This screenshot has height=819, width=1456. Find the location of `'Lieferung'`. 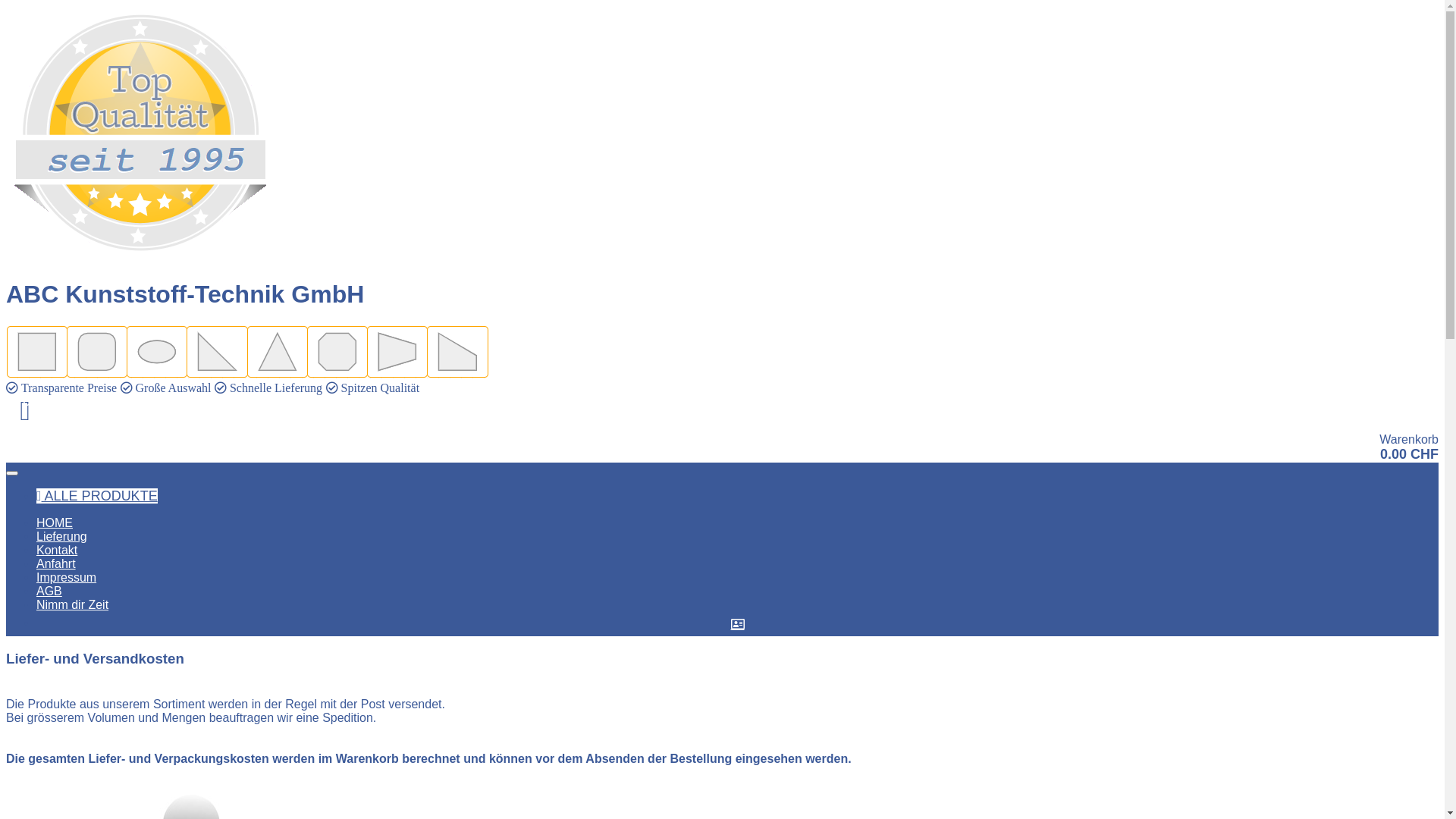

'Lieferung' is located at coordinates (61, 535).